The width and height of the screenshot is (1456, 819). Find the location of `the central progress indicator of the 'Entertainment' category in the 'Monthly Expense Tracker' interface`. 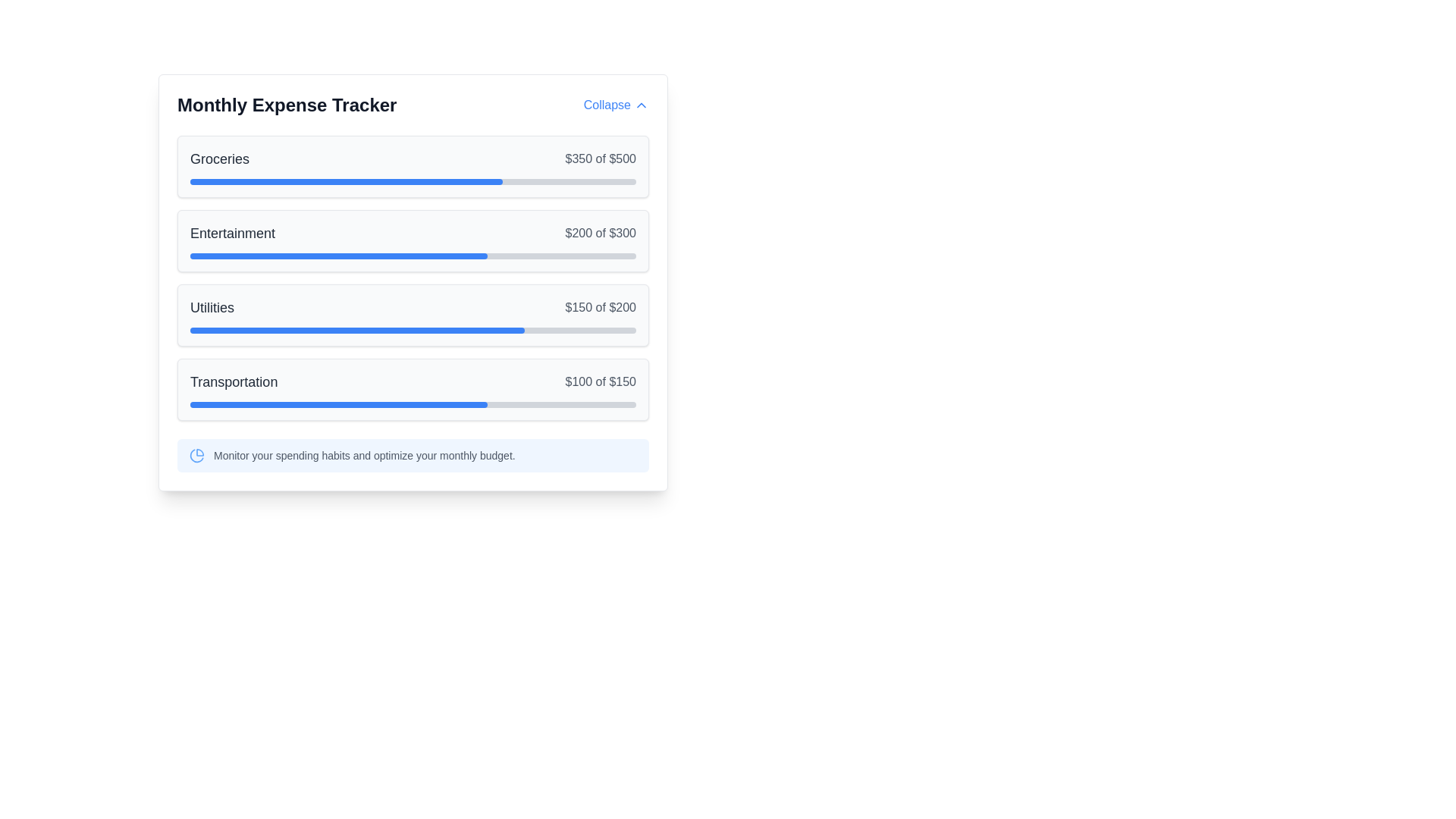

the central progress indicator of the 'Entertainment' category in the 'Monthly Expense Tracker' interface is located at coordinates (337, 256).